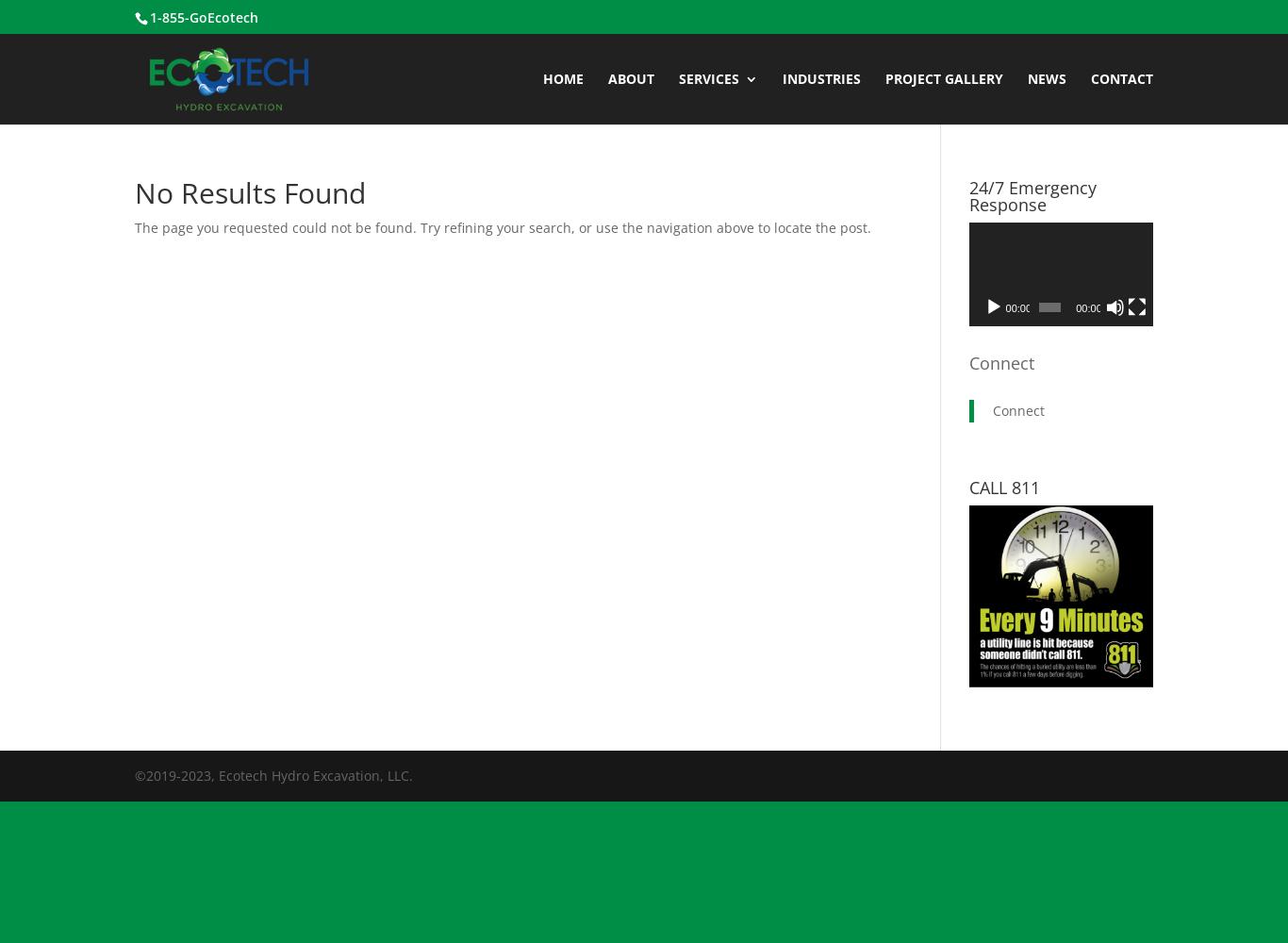 The width and height of the screenshot is (1288, 943). I want to click on 'Disposal Services', so click(1006, 227).